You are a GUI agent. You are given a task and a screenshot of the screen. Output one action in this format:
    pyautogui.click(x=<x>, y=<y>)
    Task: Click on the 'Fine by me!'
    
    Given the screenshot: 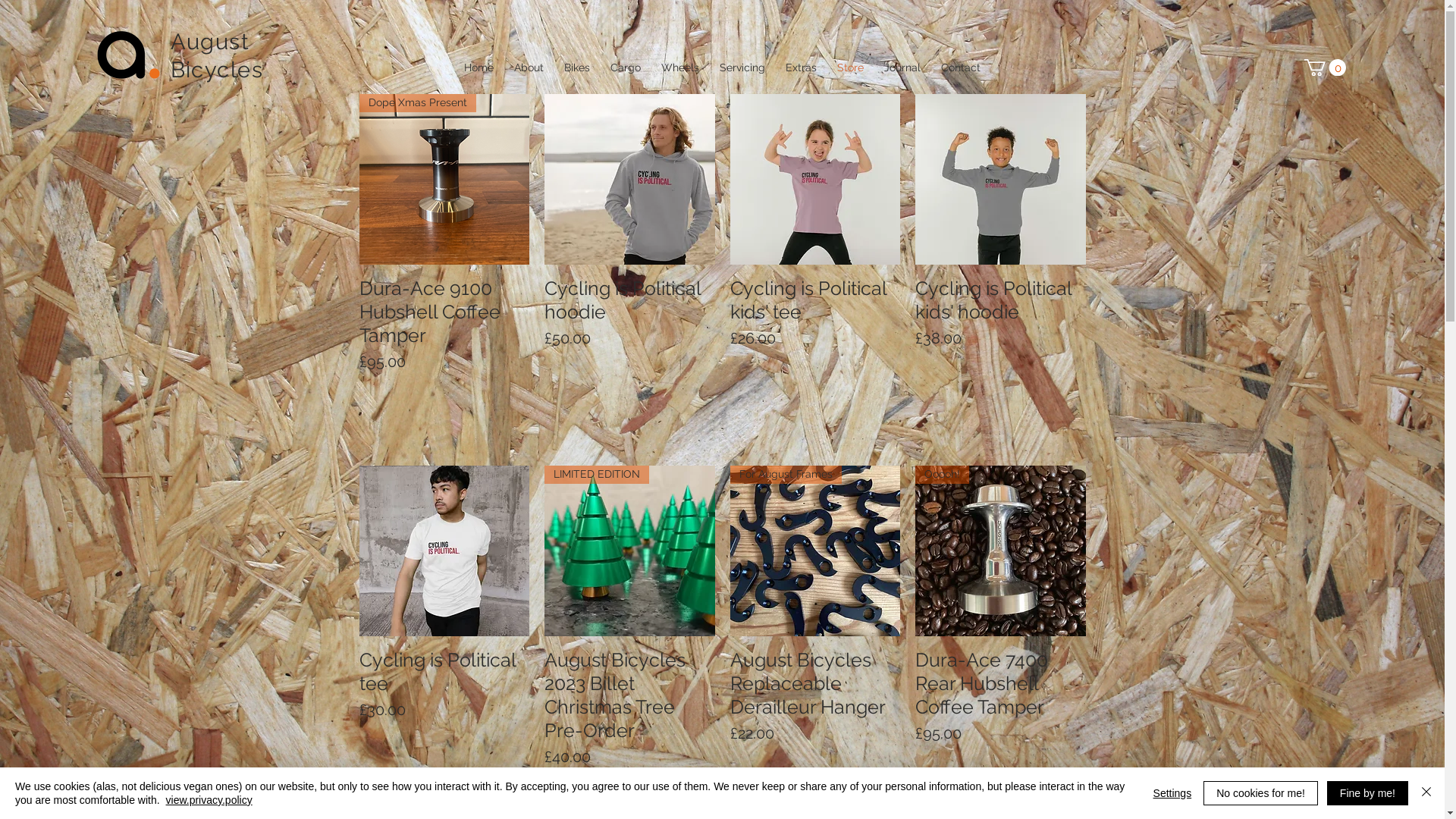 What is the action you would take?
    pyautogui.click(x=1367, y=792)
    